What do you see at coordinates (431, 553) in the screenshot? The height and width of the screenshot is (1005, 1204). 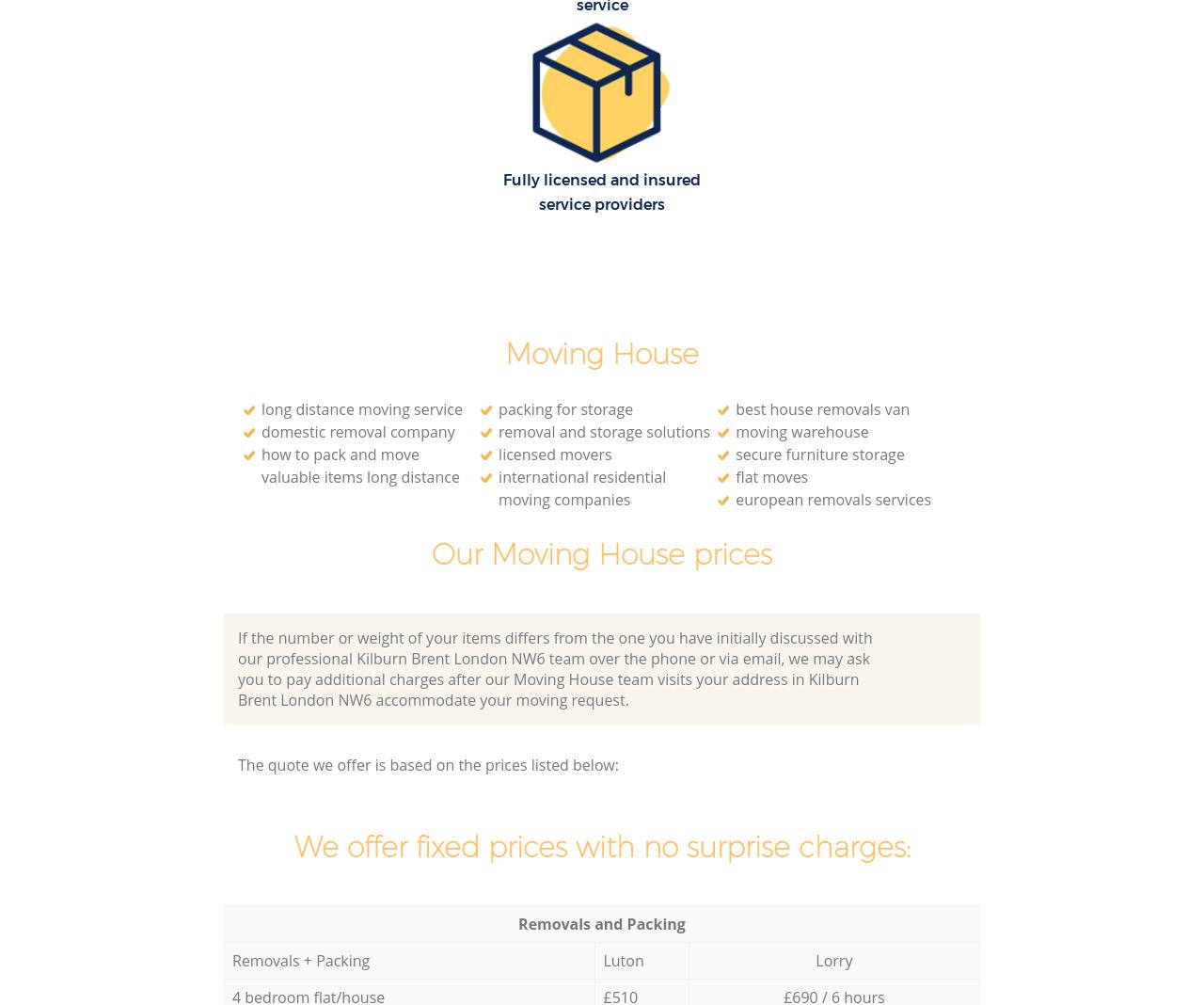 I see `'Our Moving House prices'` at bounding box center [431, 553].